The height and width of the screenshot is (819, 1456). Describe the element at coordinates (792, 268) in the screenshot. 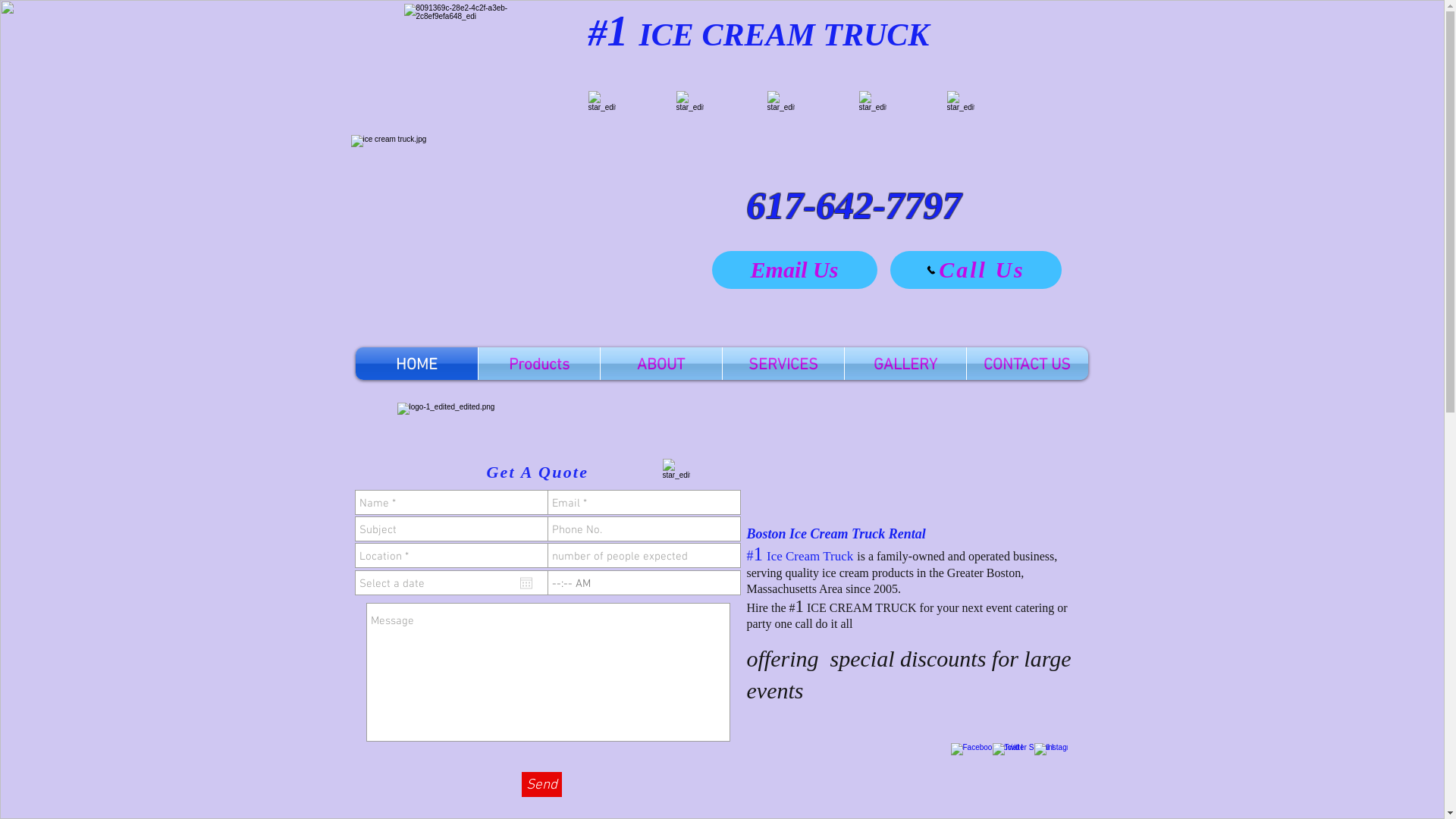

I see `'Email Us'` at that location.